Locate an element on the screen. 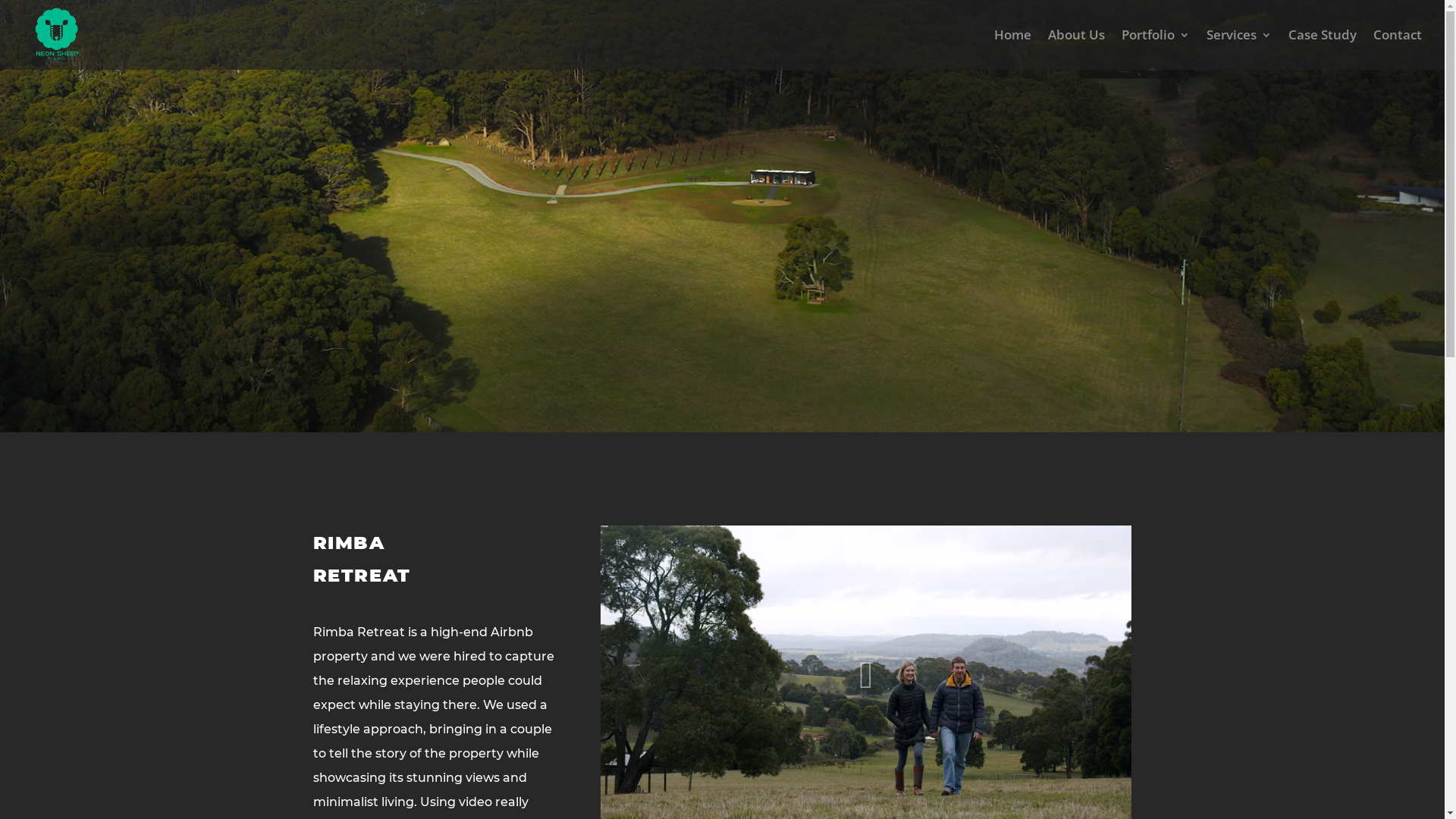  'Services' is located at coordinates (1238, 49).